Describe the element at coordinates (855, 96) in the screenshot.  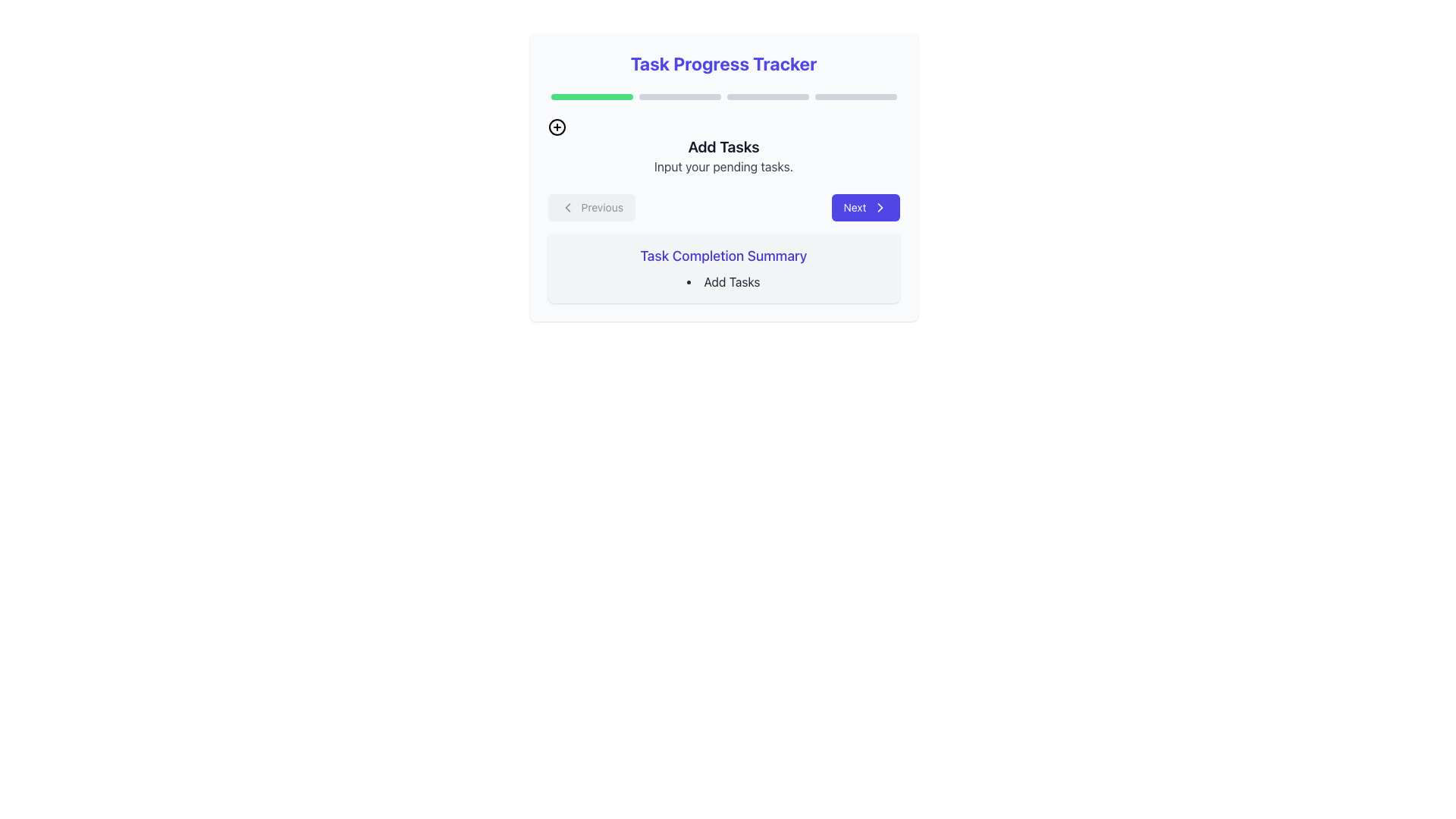
I see `the fourth segment of the progress bar, which is a thin, rounded rectangle with a light gray background, indicating an inactive state` at that location.